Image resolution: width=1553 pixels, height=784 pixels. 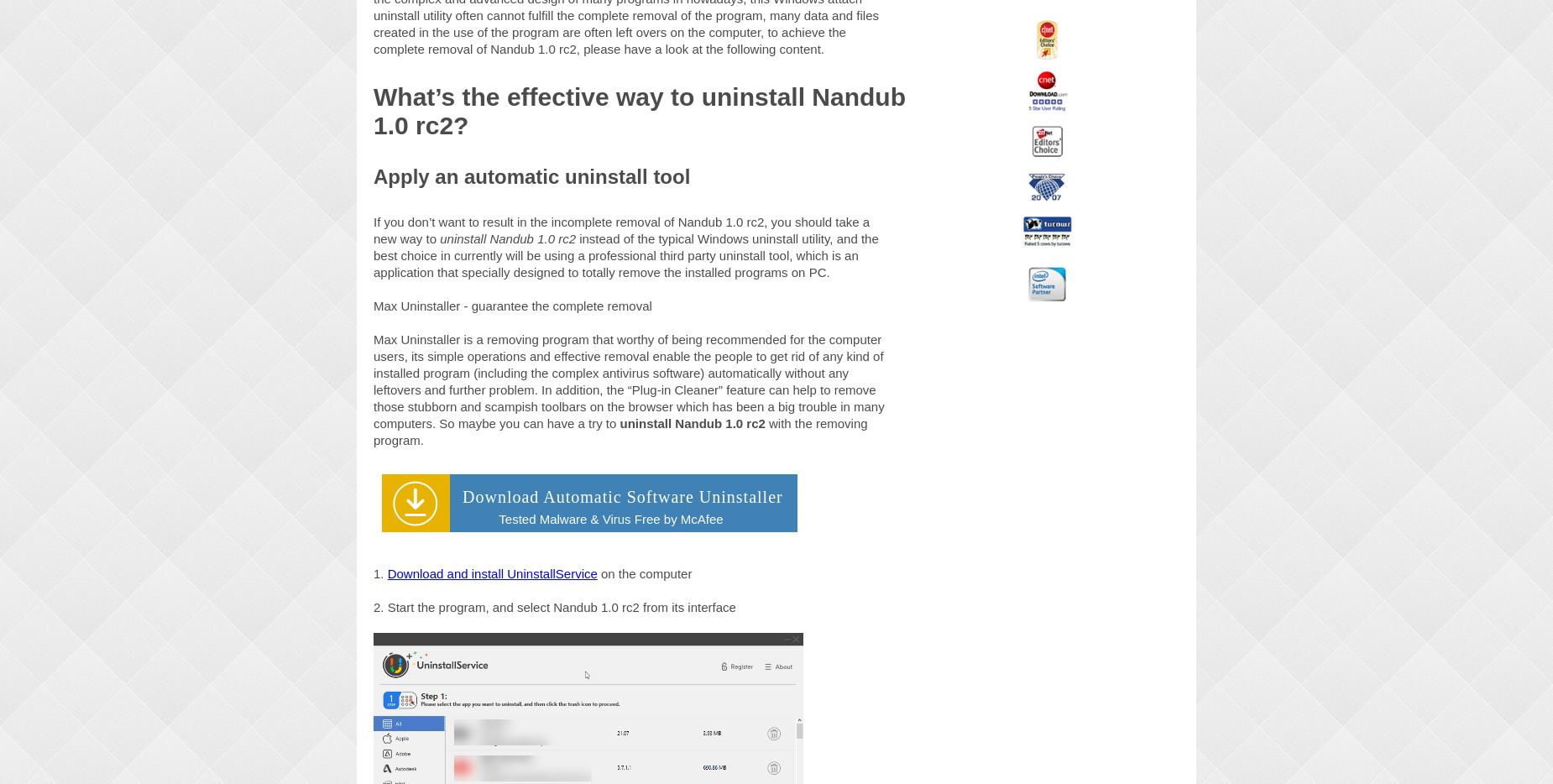 What do you see at coordinates (622, 495) in the screenshot?
I see `'Download Automatic Software Uninstaller'` at bounding box center [622, 495].